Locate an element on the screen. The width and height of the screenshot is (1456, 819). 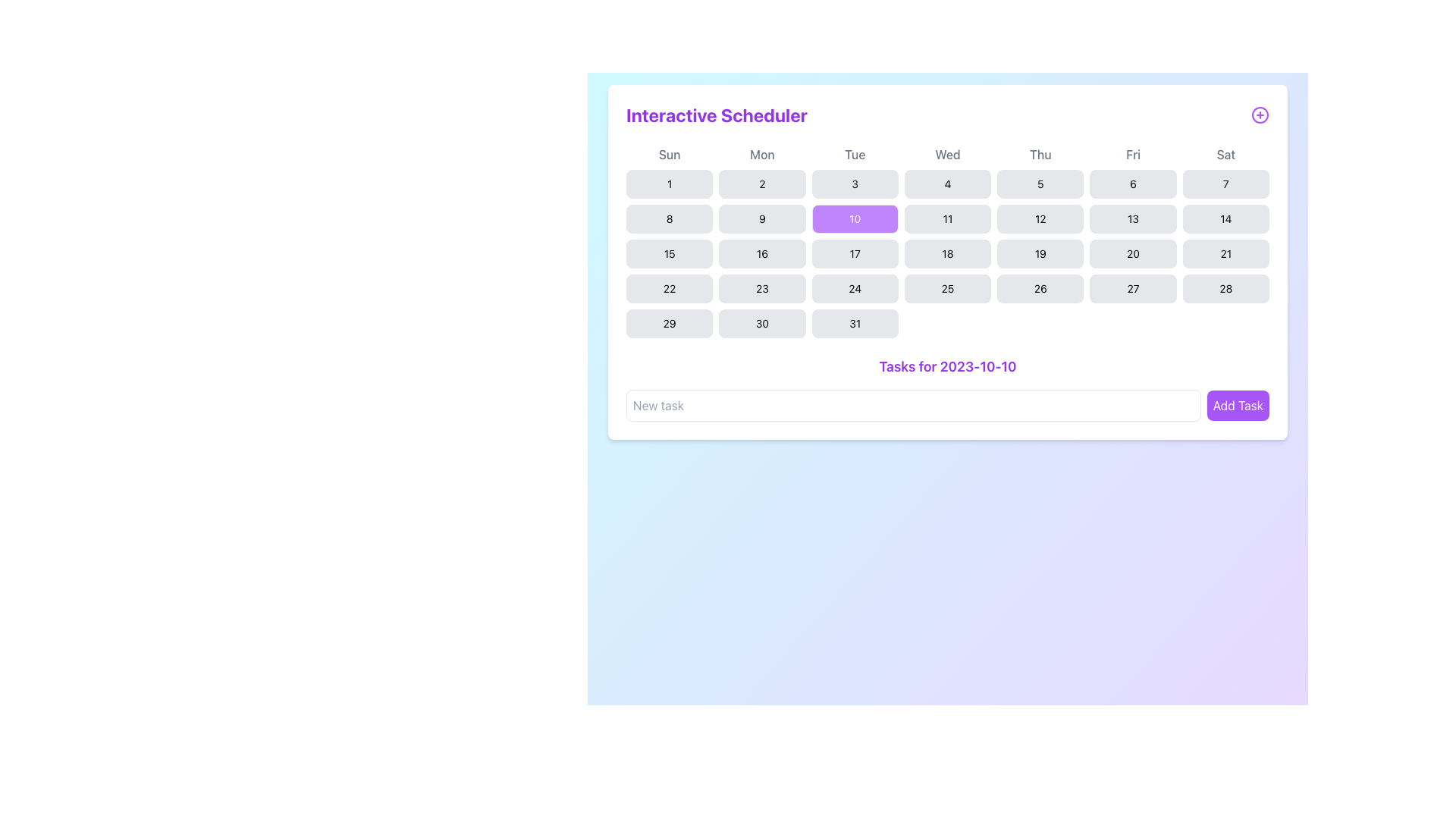
the button representing the date '24' in the calendar interface is located at coordinates (855, 289).